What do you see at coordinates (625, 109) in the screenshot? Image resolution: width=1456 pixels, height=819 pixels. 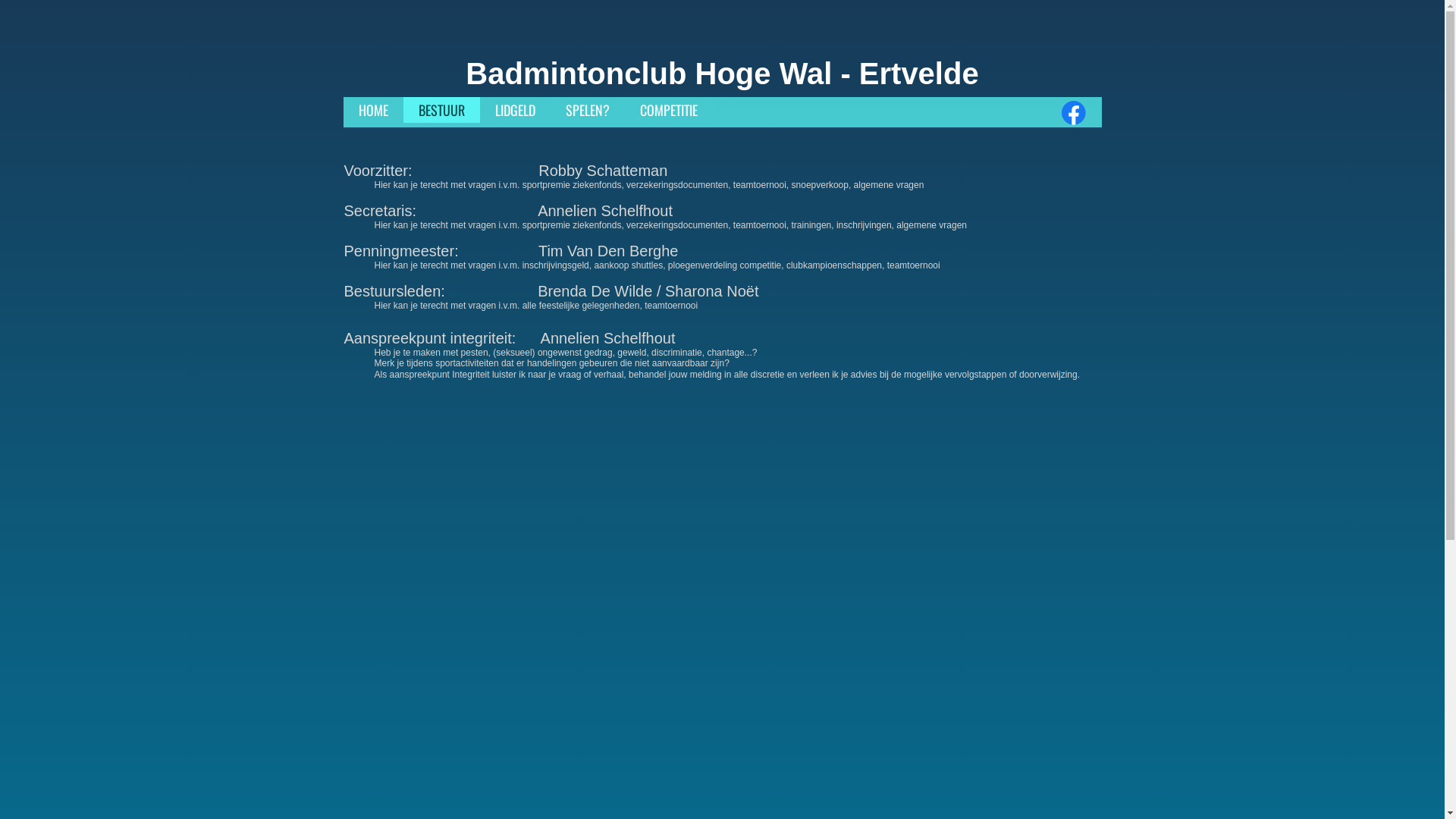 I see `'COMPETITIE'` at bounding box center [625, 109].